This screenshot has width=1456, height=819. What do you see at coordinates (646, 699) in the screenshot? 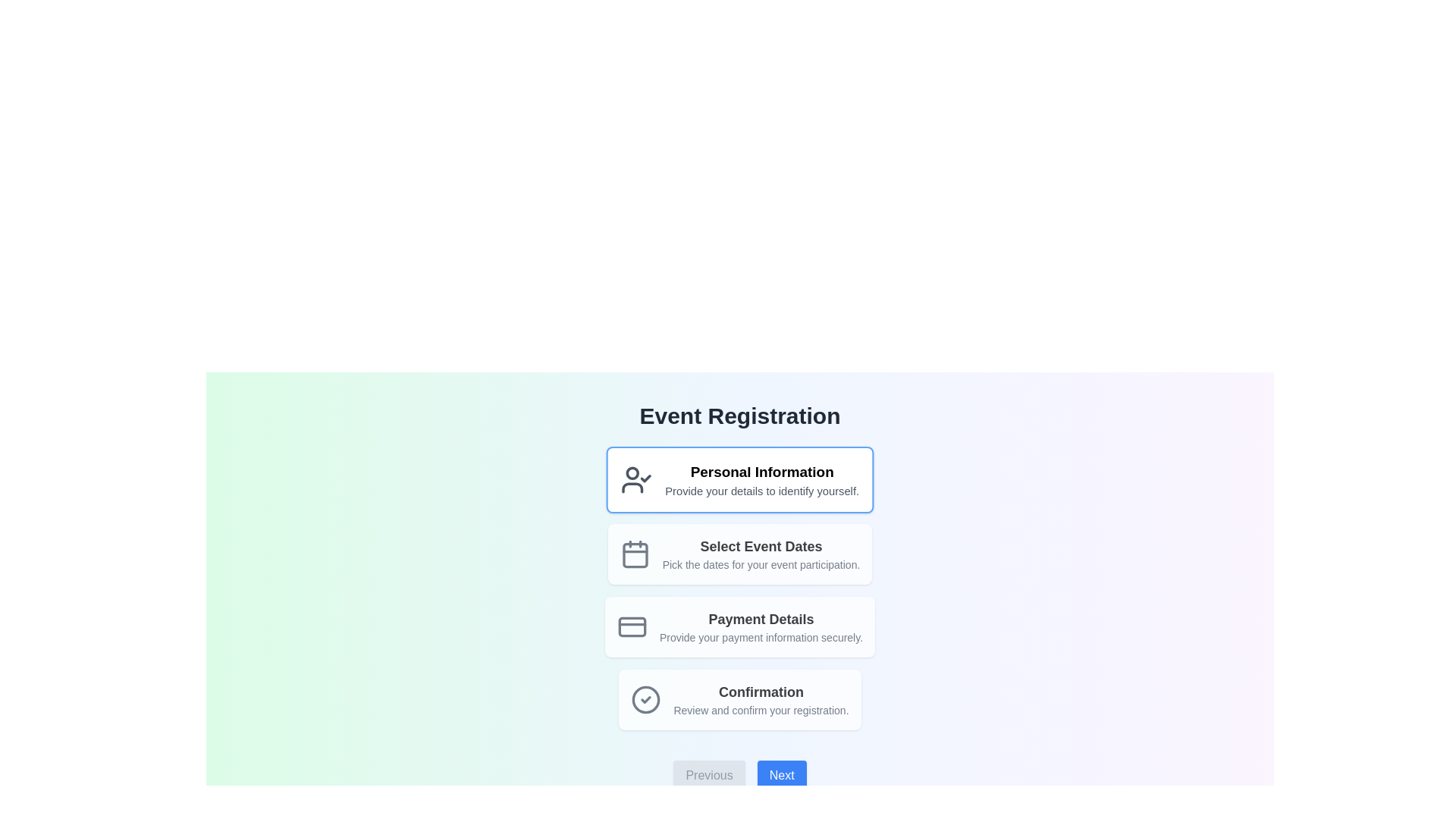
I see `the circular icon depicting a checkmark with a gray outline, located in the 'Confirmation' section at the bottom of the steps` at bounding box center [646, 699].